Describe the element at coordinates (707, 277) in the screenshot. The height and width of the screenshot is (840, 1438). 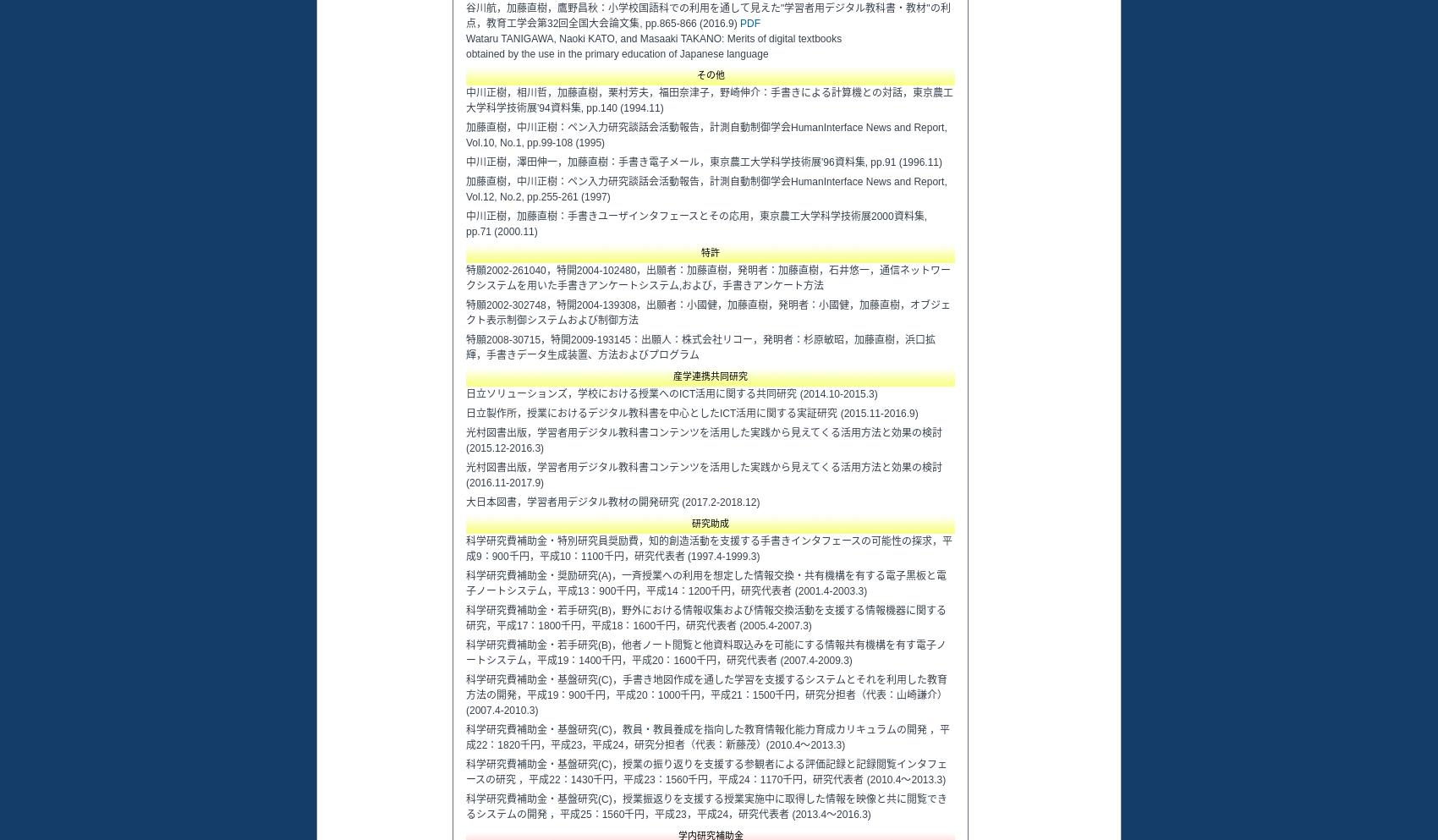
I see `'特願2002-261040，特開2004-102480，出願者：加藤直樹，発明者：加藤直樹，石井悠一，通信ネットワークシステムを用いた手書きアンケートシステム,および，手書きアンケート方法'` at that location.